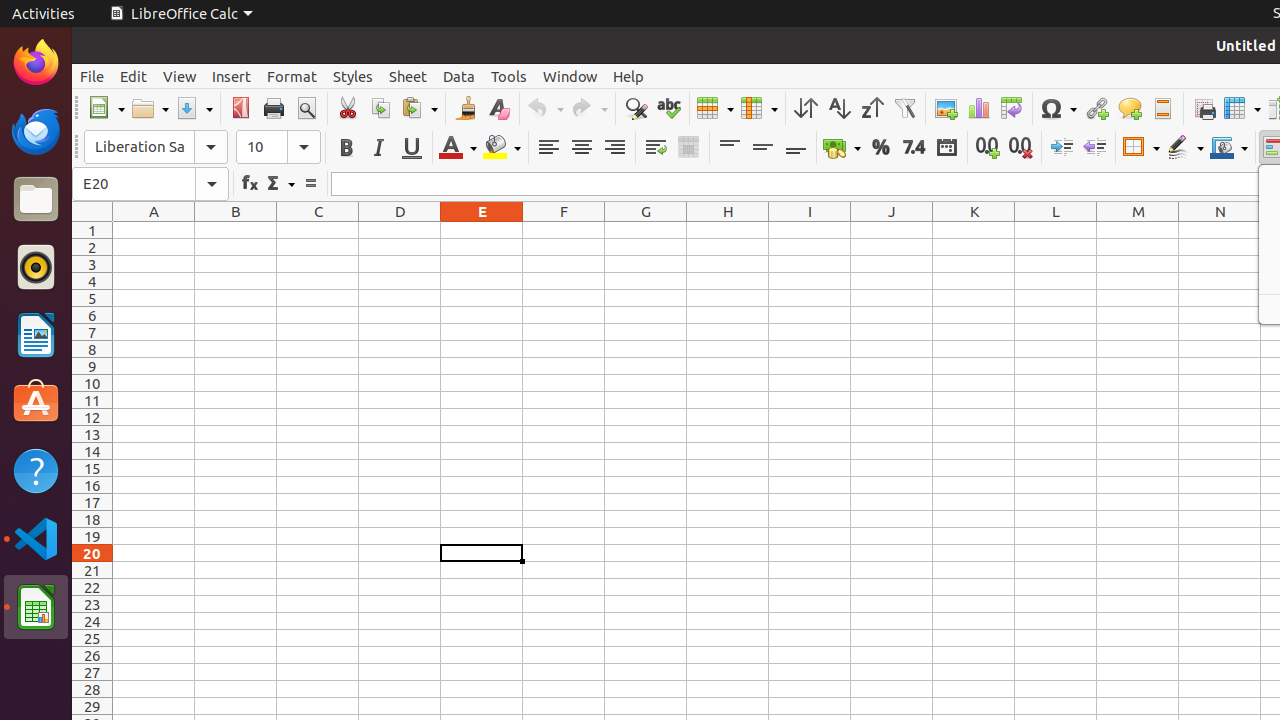  I want to click on 'Visual Studio Code', so click(35, 537).